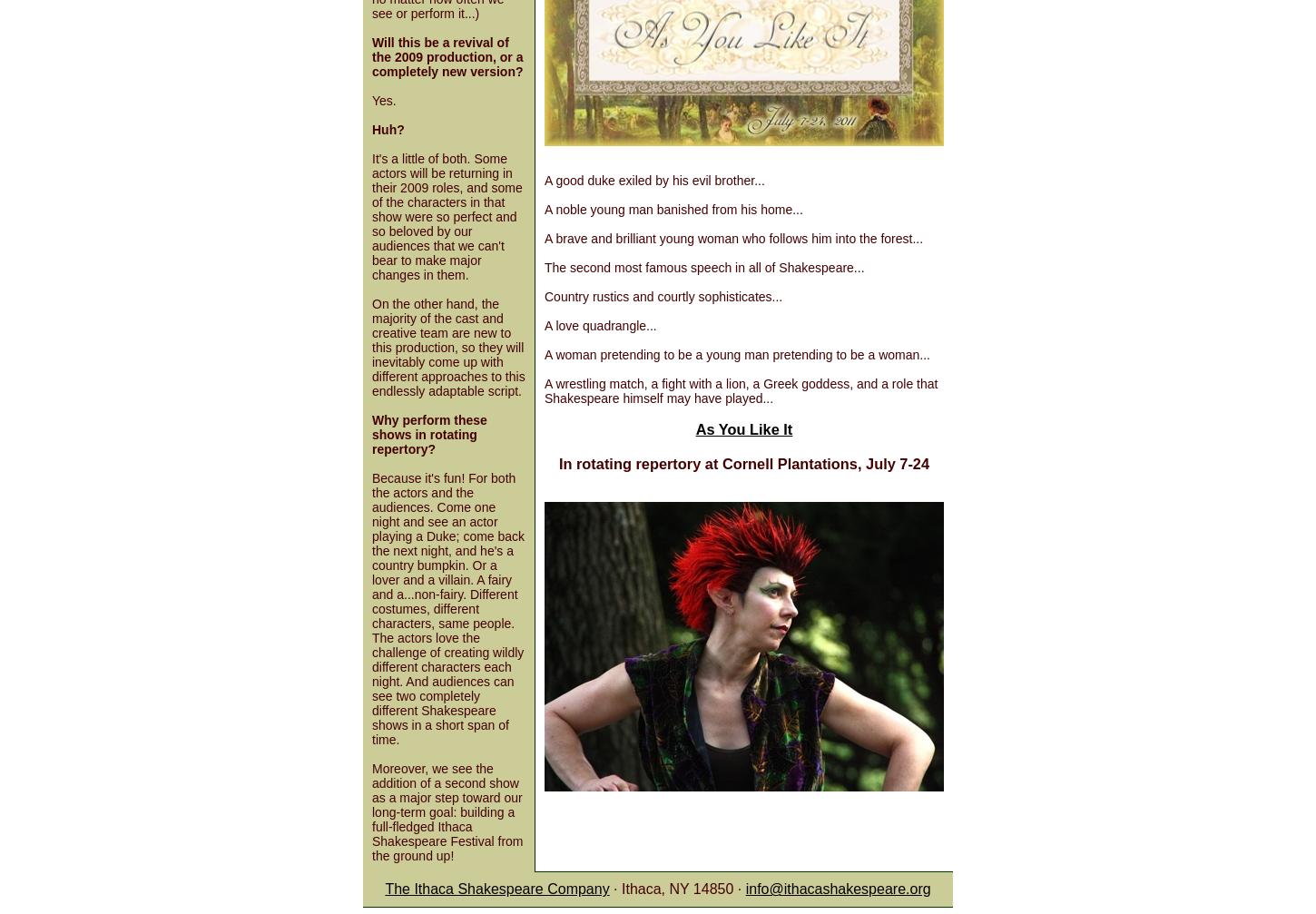  What do you see at coordinates (371, 811) in the screenshot?
I see `'Moreover, we see the addition of a second show as a major step toward our long-term goal: building a full-fledged Ithaca Shakespeare Festival from the ground up!'` at bounding box center [371, 811].